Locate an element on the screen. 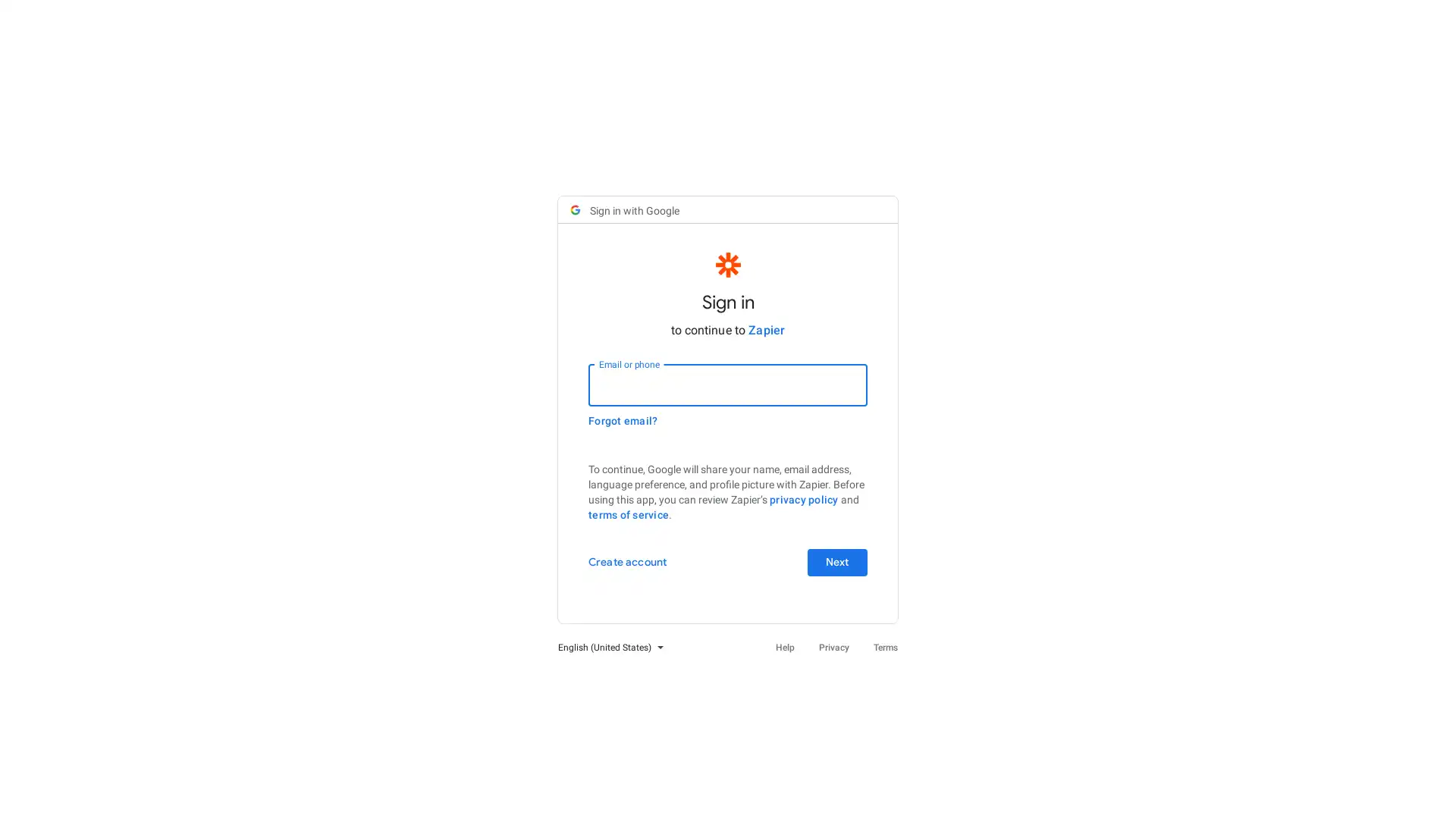 The image size is (1456, 819). Next is located at coordinates (836, 561).